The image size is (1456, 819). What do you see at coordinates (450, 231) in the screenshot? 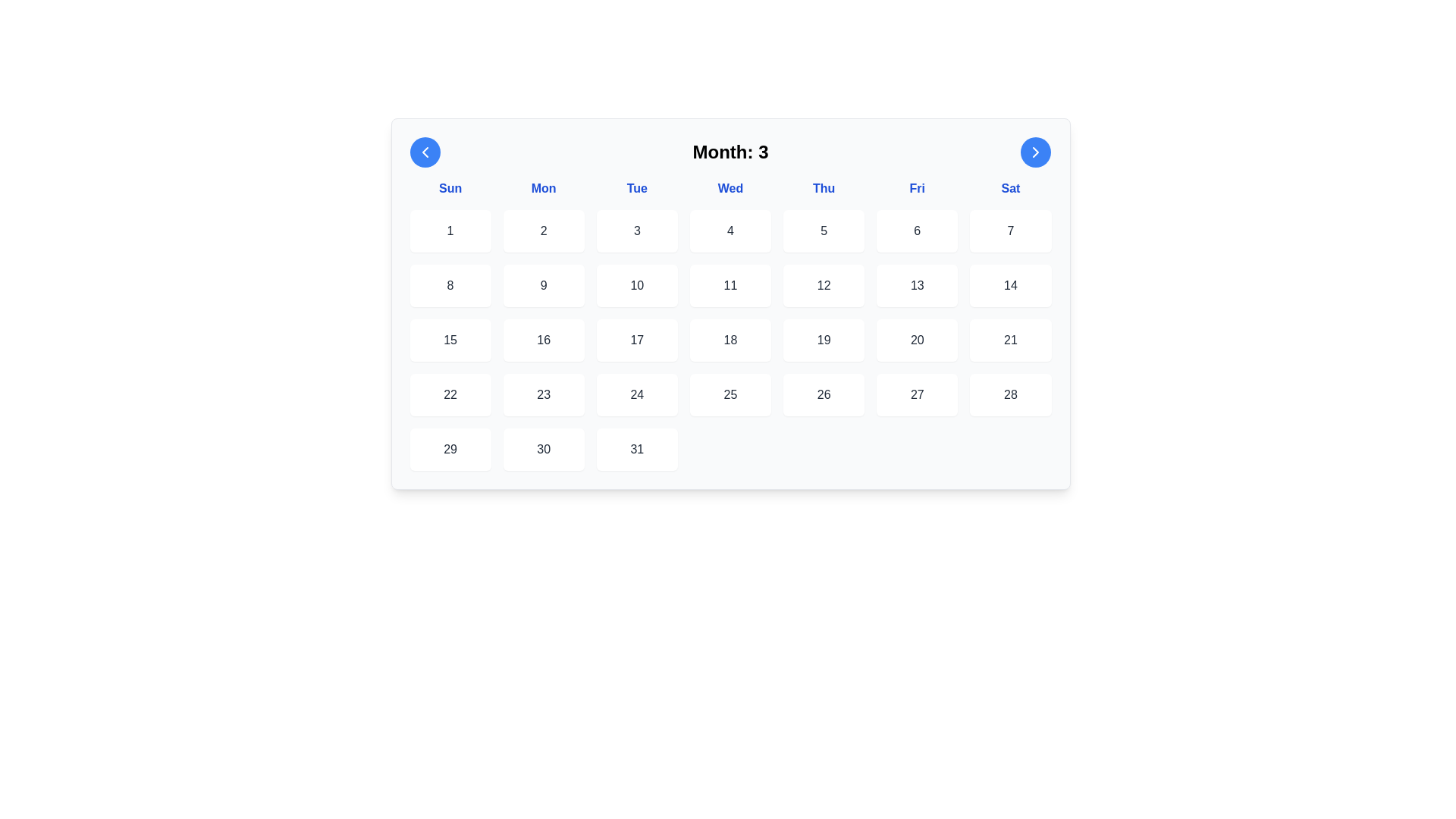
I see `the first day calendar cell located in the top-left corner of the 7-column grid under the 'Sun' label` at bounding box center [450, 231].